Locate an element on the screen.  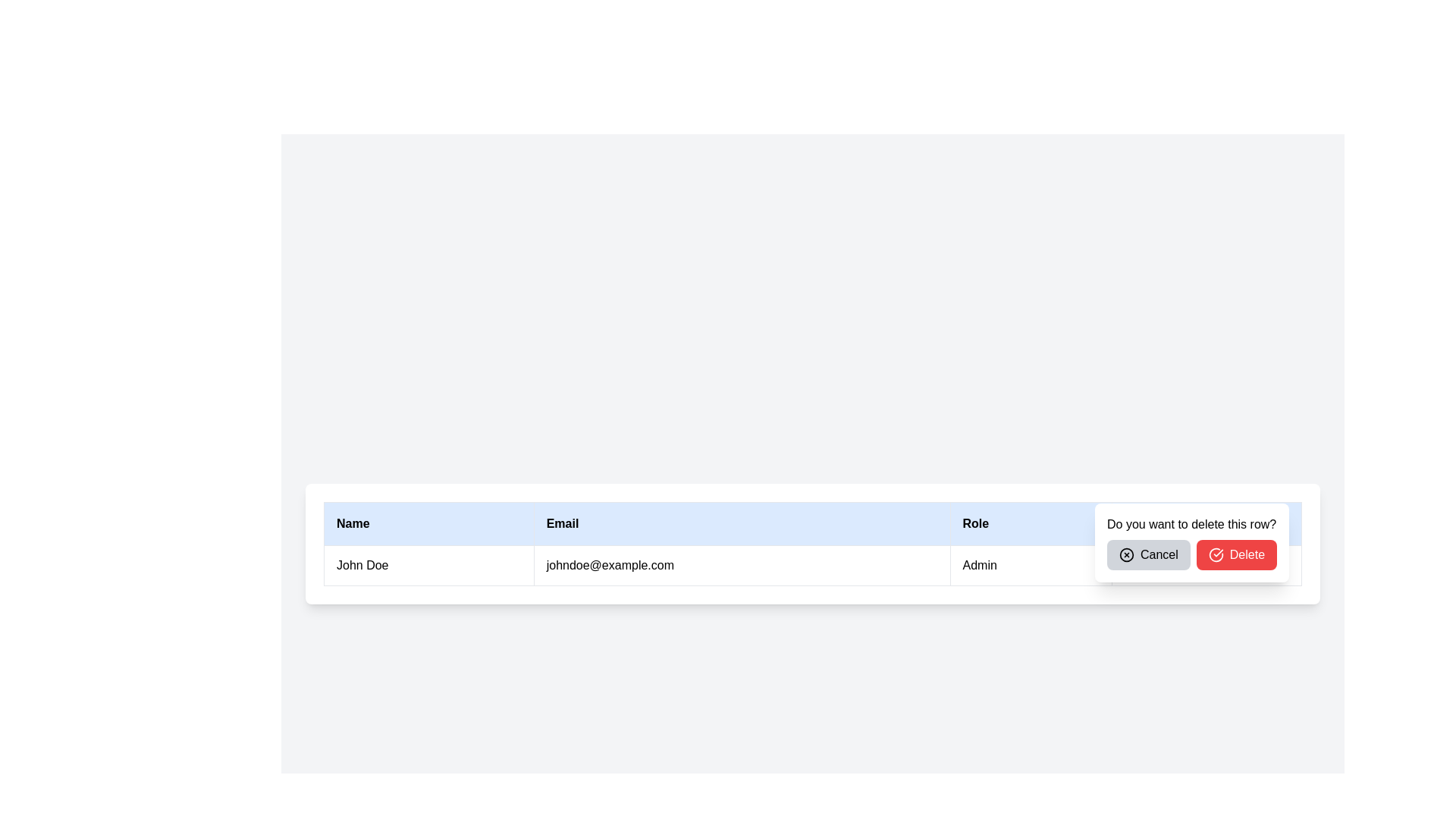
the confirmation deletion button located at the bottom right of the modal, next to the grey 'Cancel' button is located at coordinates (1236, 554).